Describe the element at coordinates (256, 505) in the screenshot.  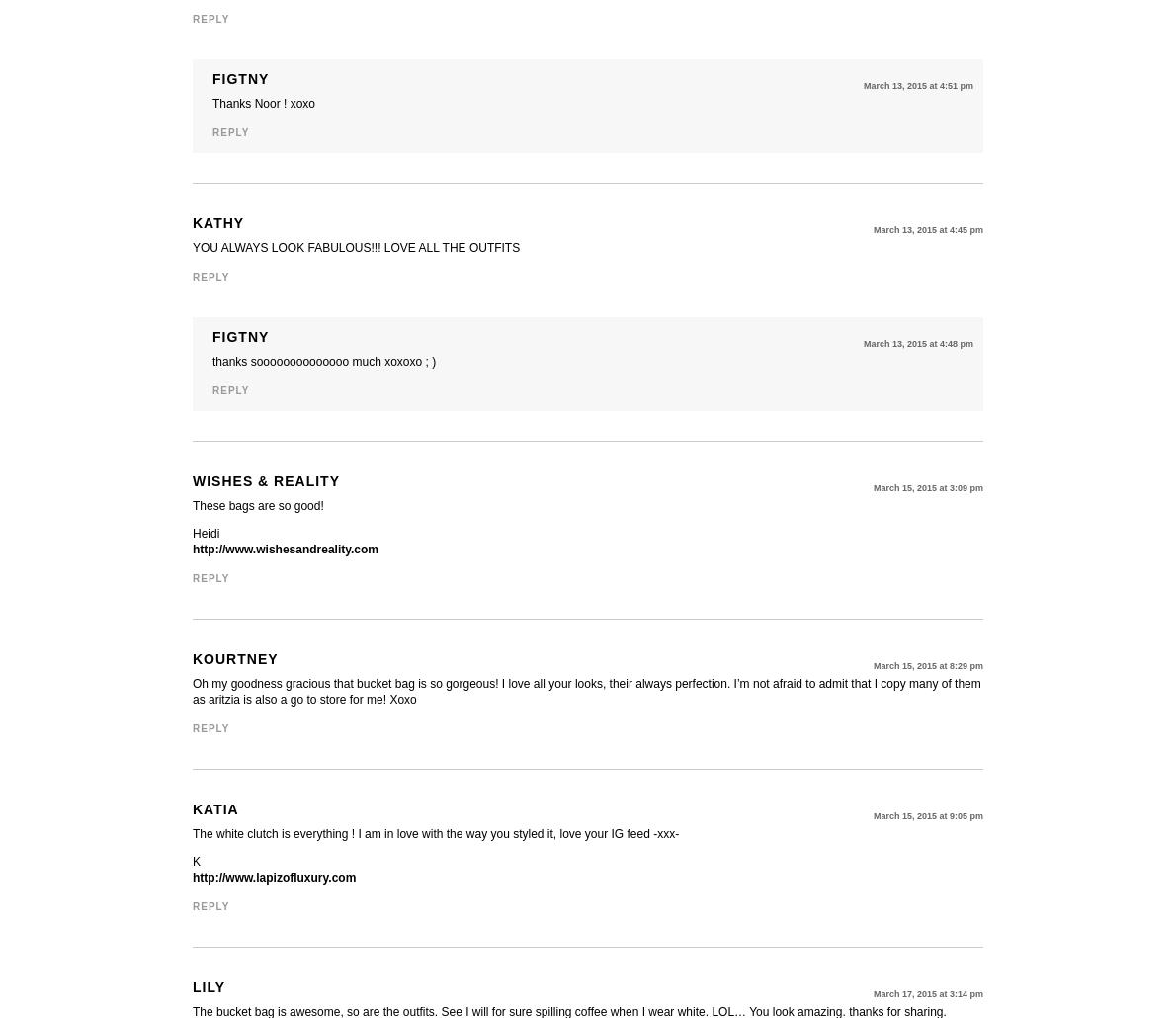
I see `'These bags are so good!'` at that location.